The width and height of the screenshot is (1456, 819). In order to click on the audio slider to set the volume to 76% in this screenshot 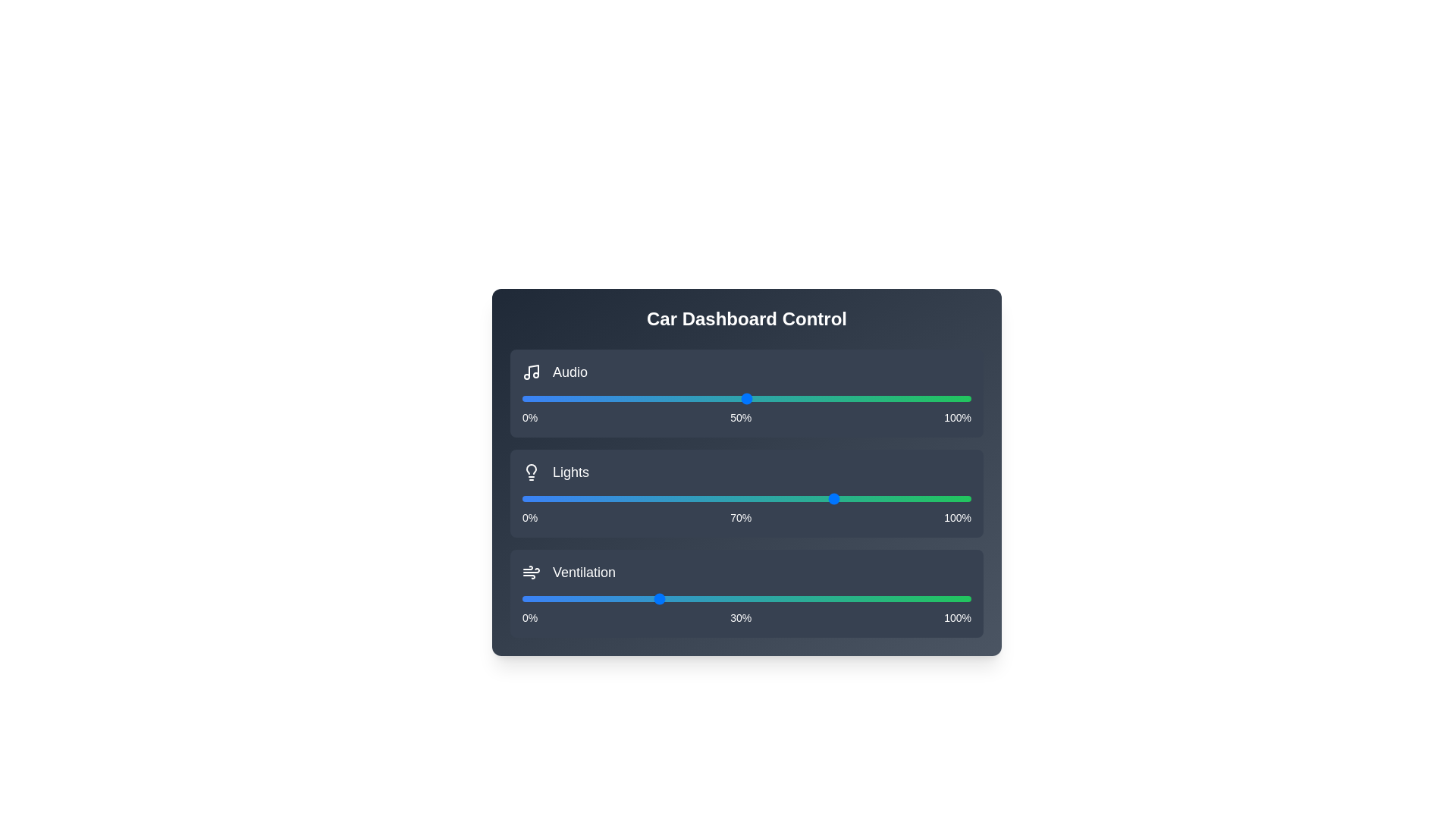, I will do `click(863, 397)`.